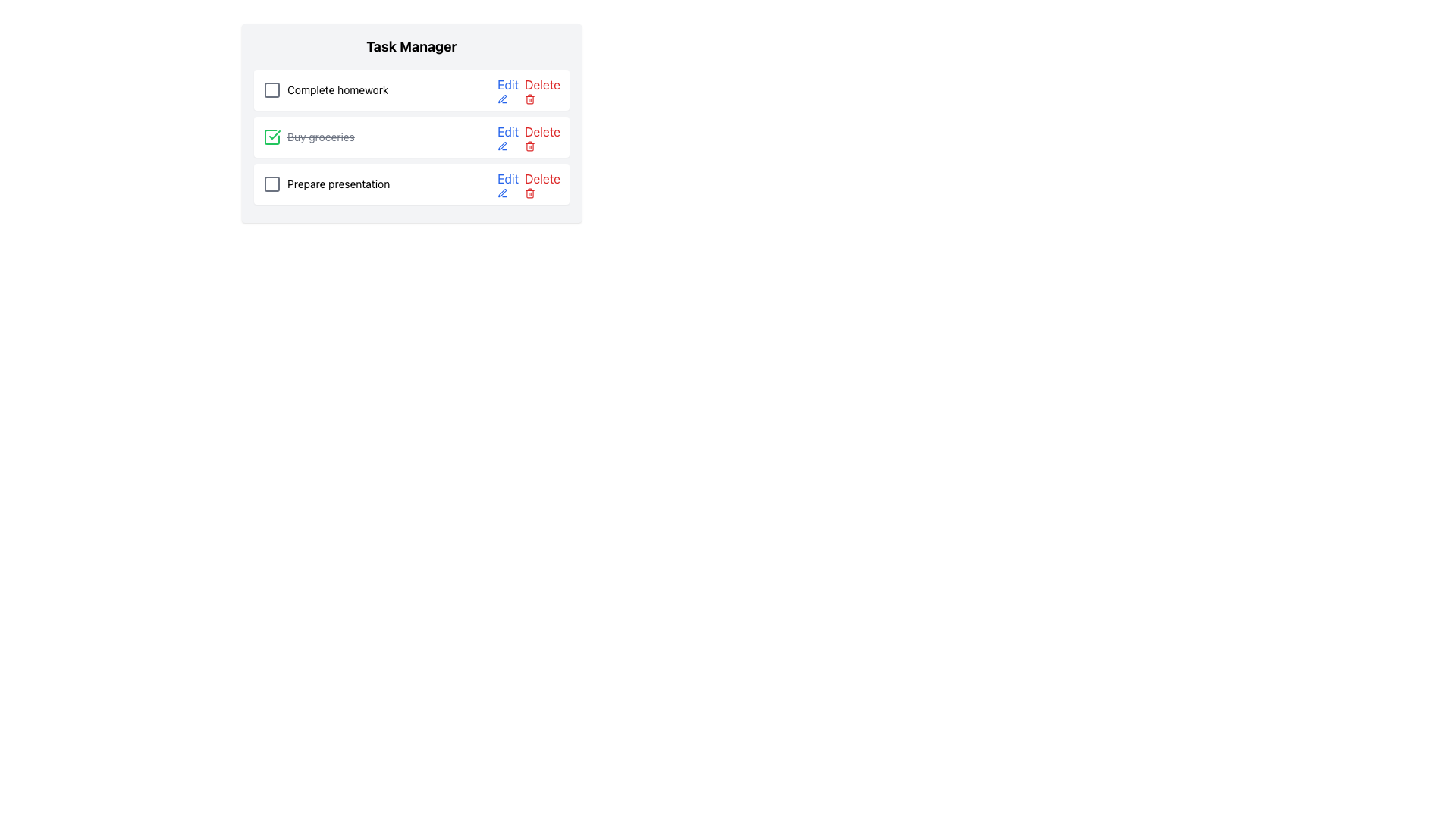 This screenshot has width=1456, height=819. I want to click on the checkbox located to the left of the task description 'Complete homework.', so click(272, 90).